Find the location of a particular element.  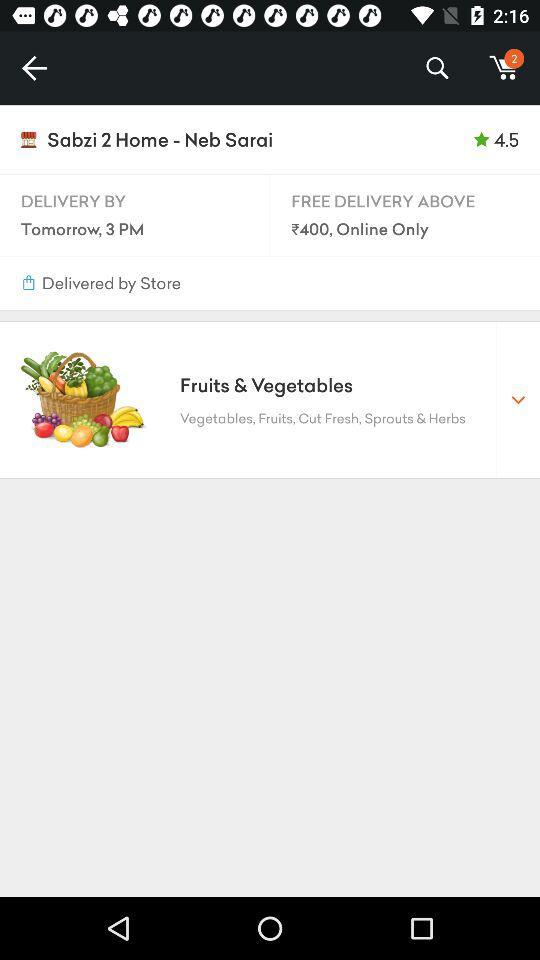

the item to the right of the % is located at coordinates (503, 68).